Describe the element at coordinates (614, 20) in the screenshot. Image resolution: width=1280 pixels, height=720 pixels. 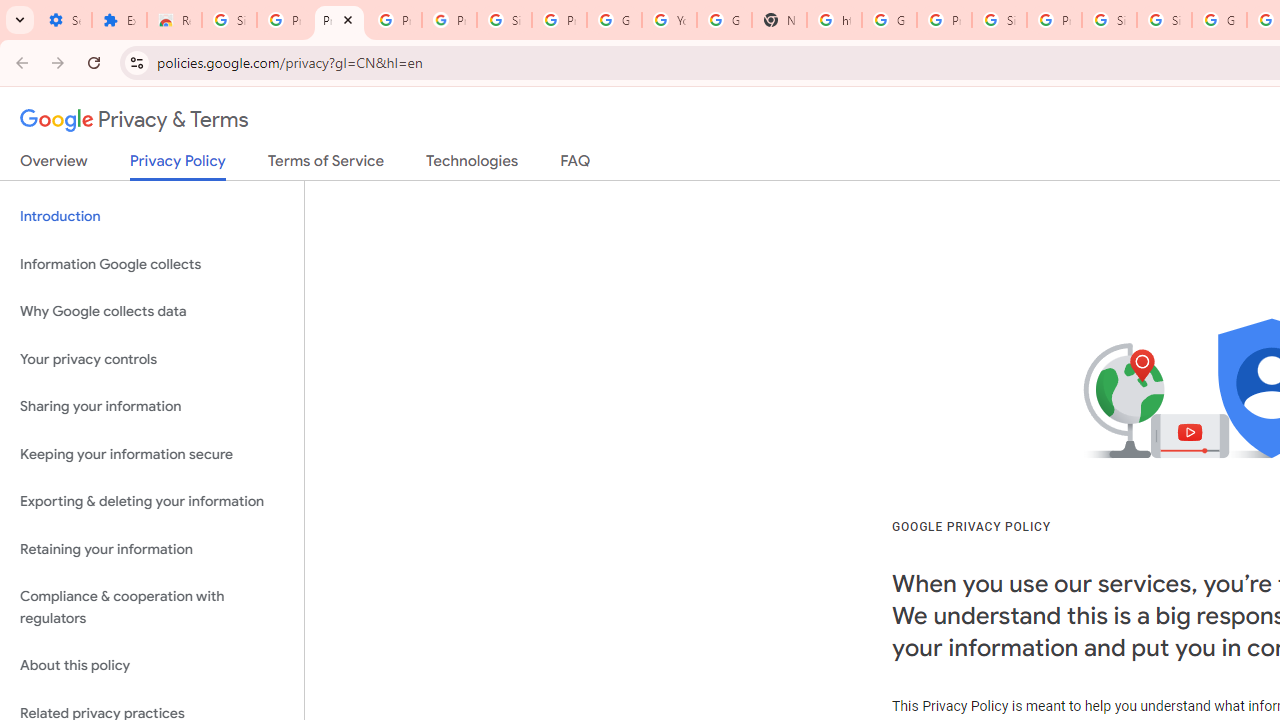
I see `'Google Account'` at that location.